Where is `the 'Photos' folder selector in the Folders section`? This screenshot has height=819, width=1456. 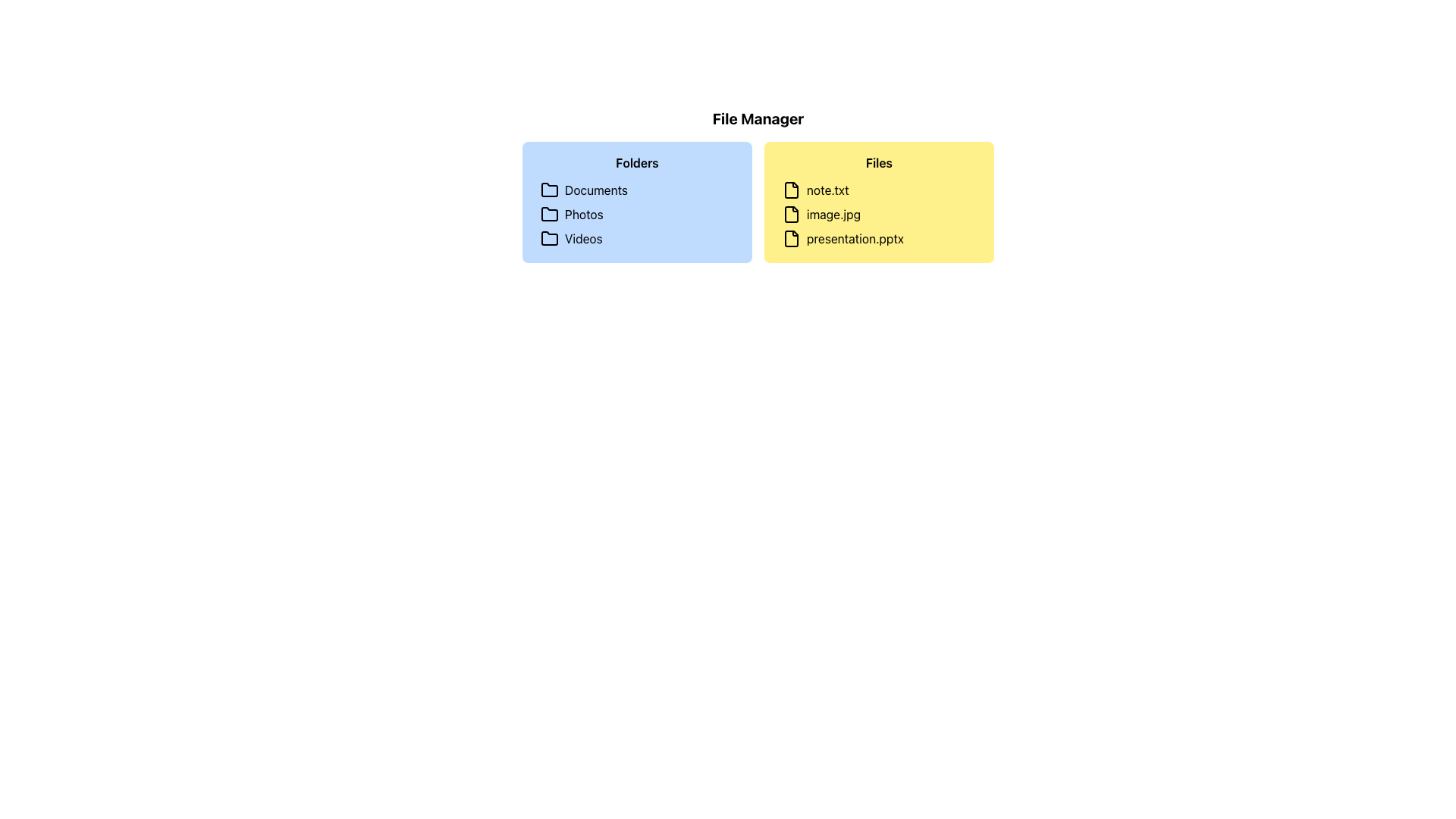 the 'Photos' folder selector in the Folders section is located at coordinates (637, 214).